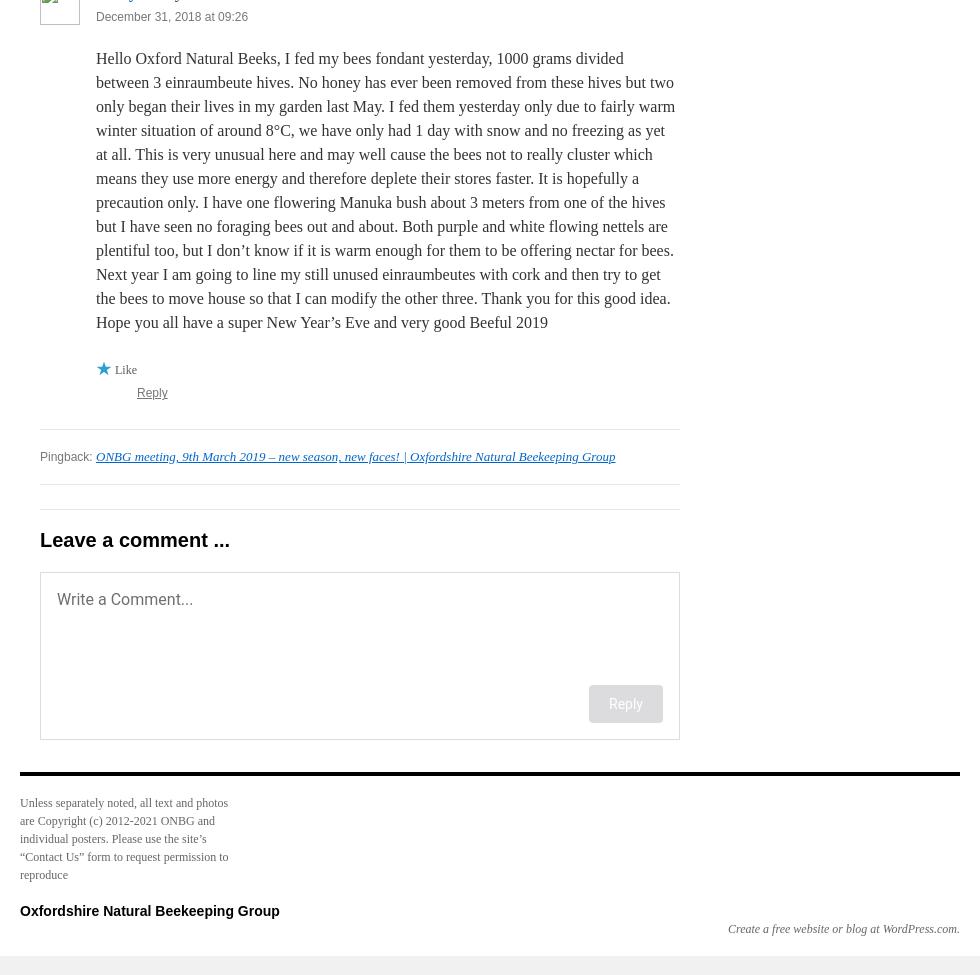 This screenshot has width=980, height=975. What do you see at coordinates (171, 16) in the screenshot?
I see `'December 31, 2018 at 09:26'` at bounding box center [171, 16].